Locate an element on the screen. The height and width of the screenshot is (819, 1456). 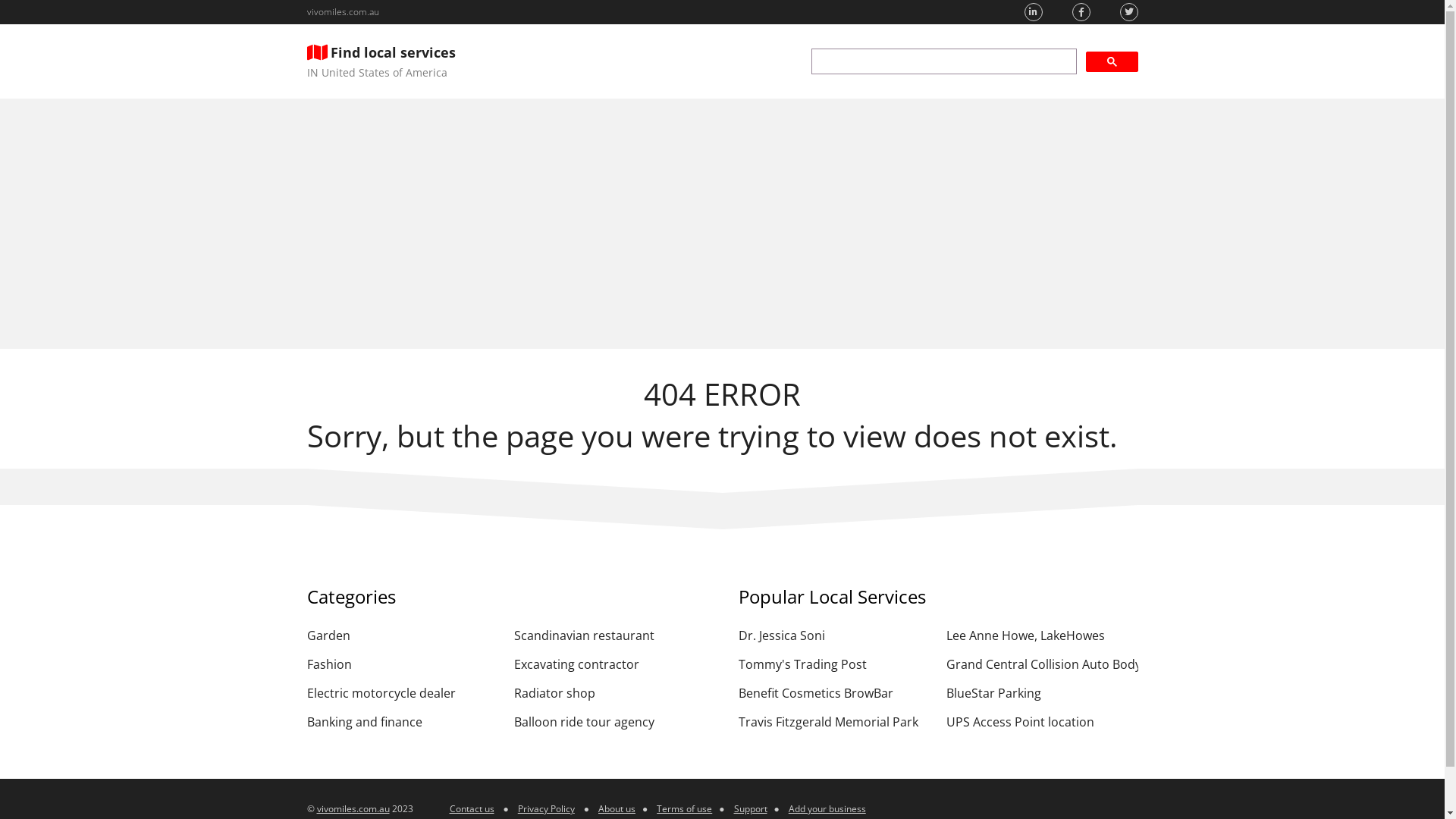
'Scandinavian restaurant' is located at coordinates (610, 635).